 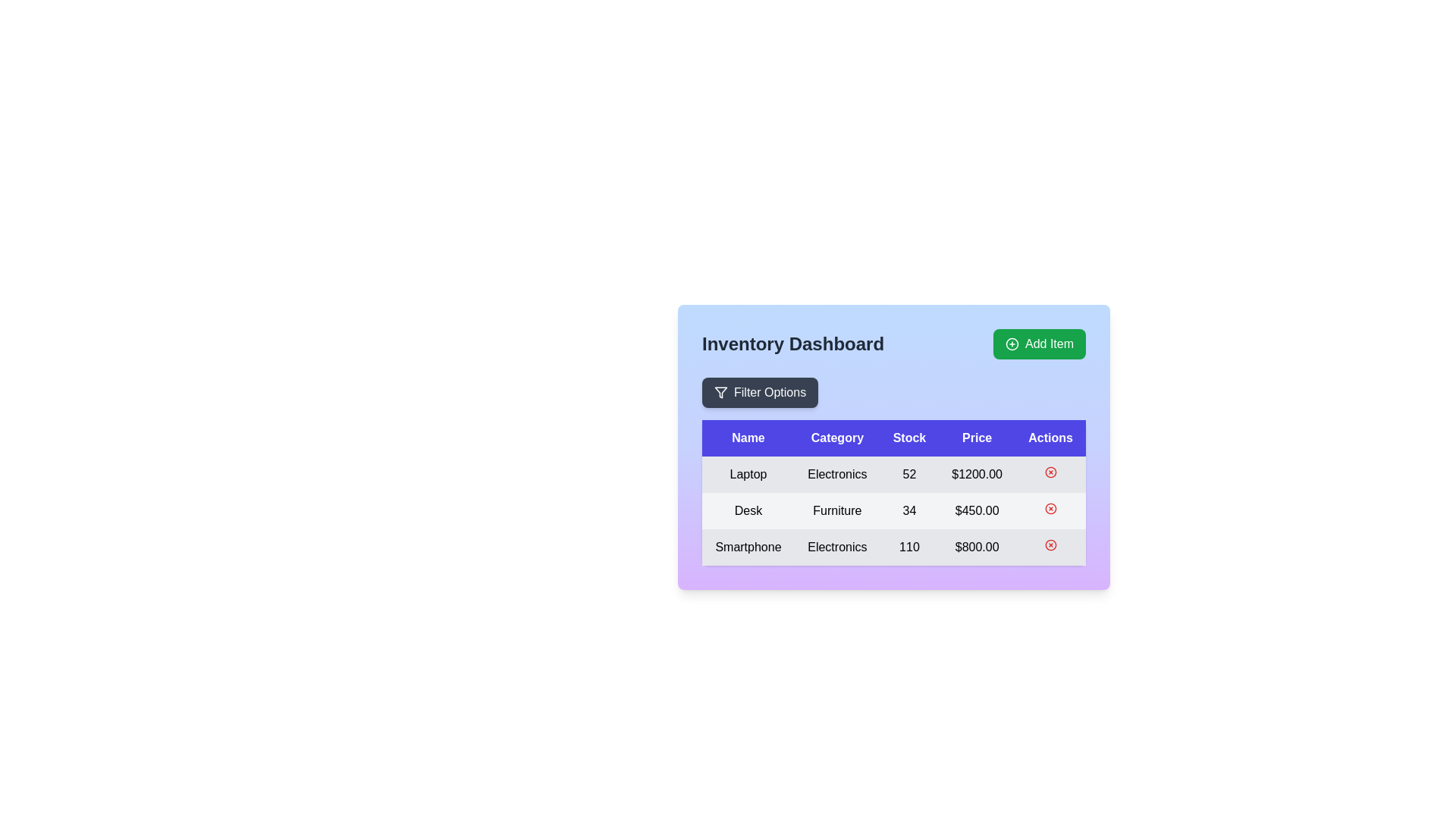 I want to click on the 'Inventory Dashboard' text label, which is styled with a bold and large font, dark gray color on a light blue background, positioned at the top left corner of the header section, so click(x=792, y=344).